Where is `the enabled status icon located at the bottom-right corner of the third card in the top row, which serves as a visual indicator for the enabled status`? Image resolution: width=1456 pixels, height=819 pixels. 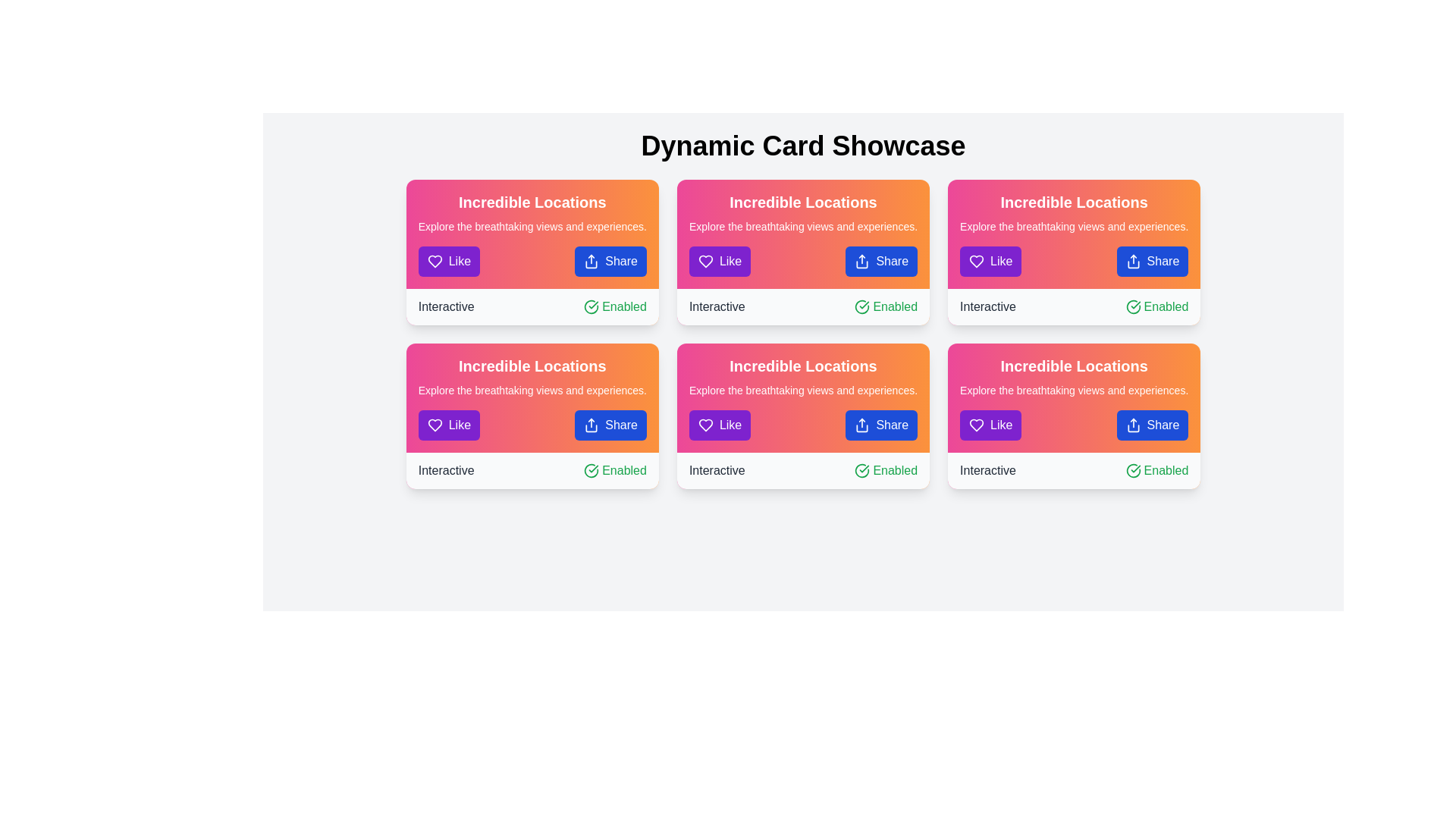 the enabled status icon located at the bottom-right corner of the third card in the top row, which serves as a visual indicator for the enabled status is located at coordinates (862, 307).